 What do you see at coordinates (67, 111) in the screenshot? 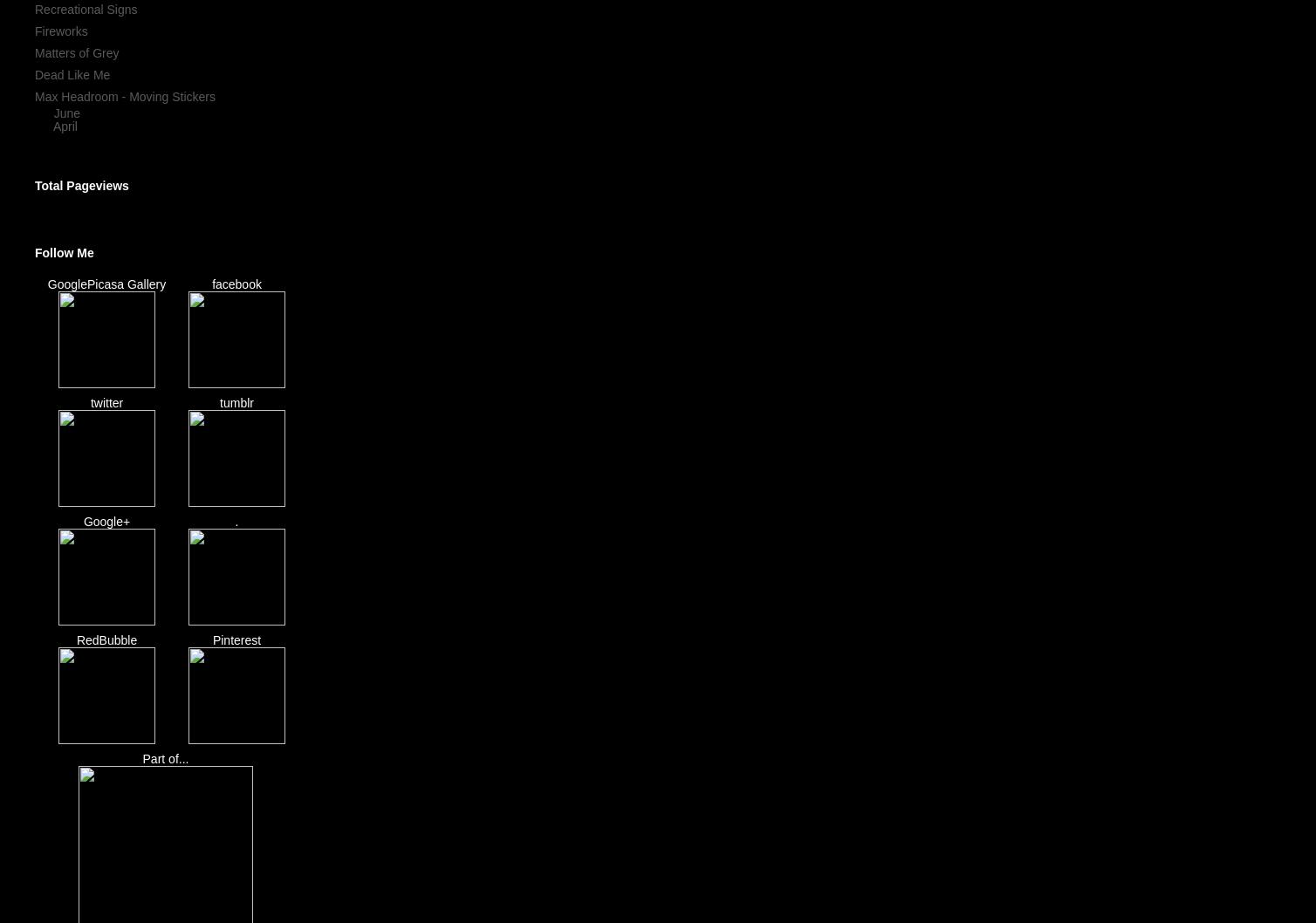
I see `'June'` at bounding box center [67, 111].